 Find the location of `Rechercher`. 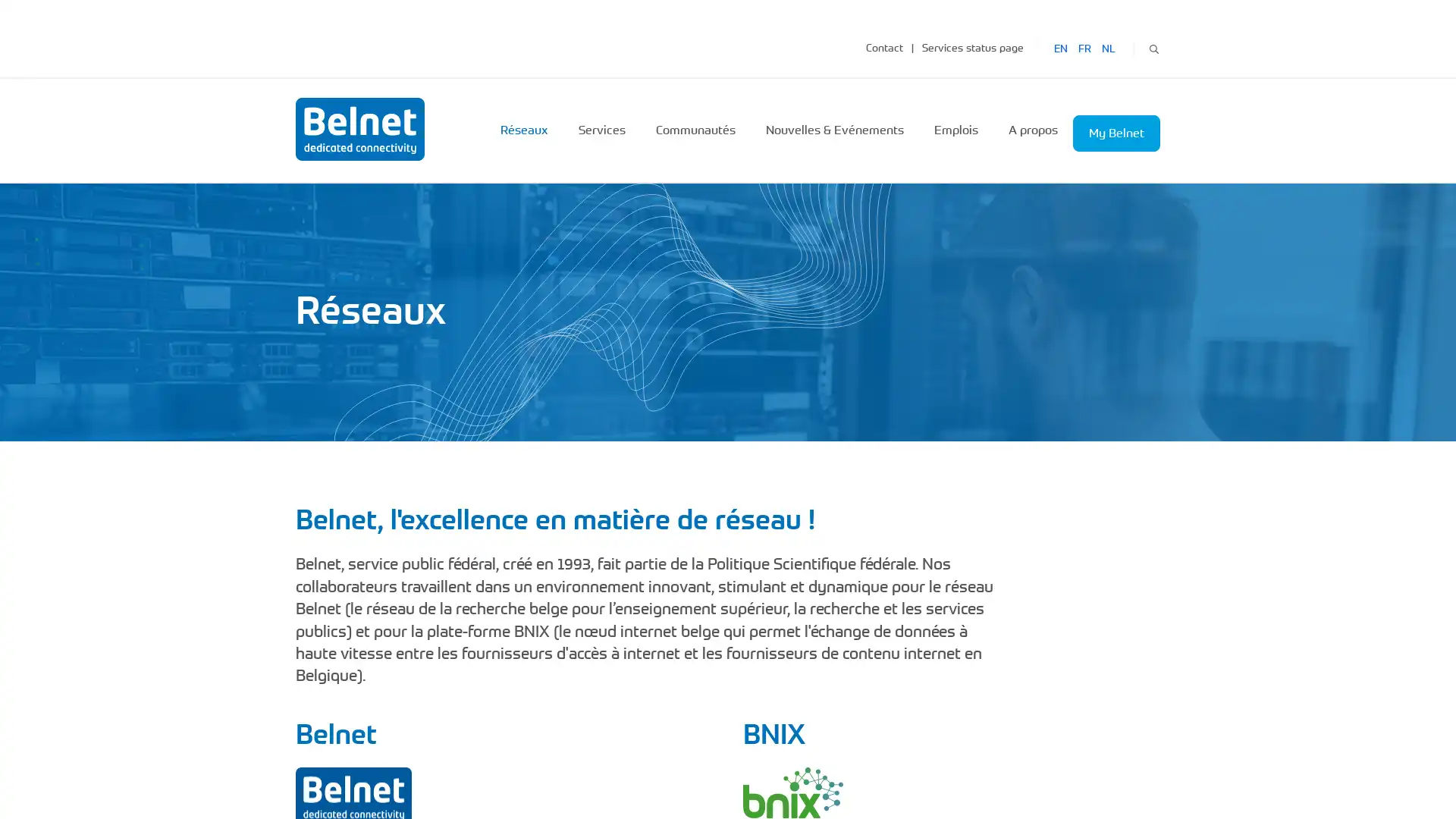

Rechercher is located at coordinates (1153, 46).